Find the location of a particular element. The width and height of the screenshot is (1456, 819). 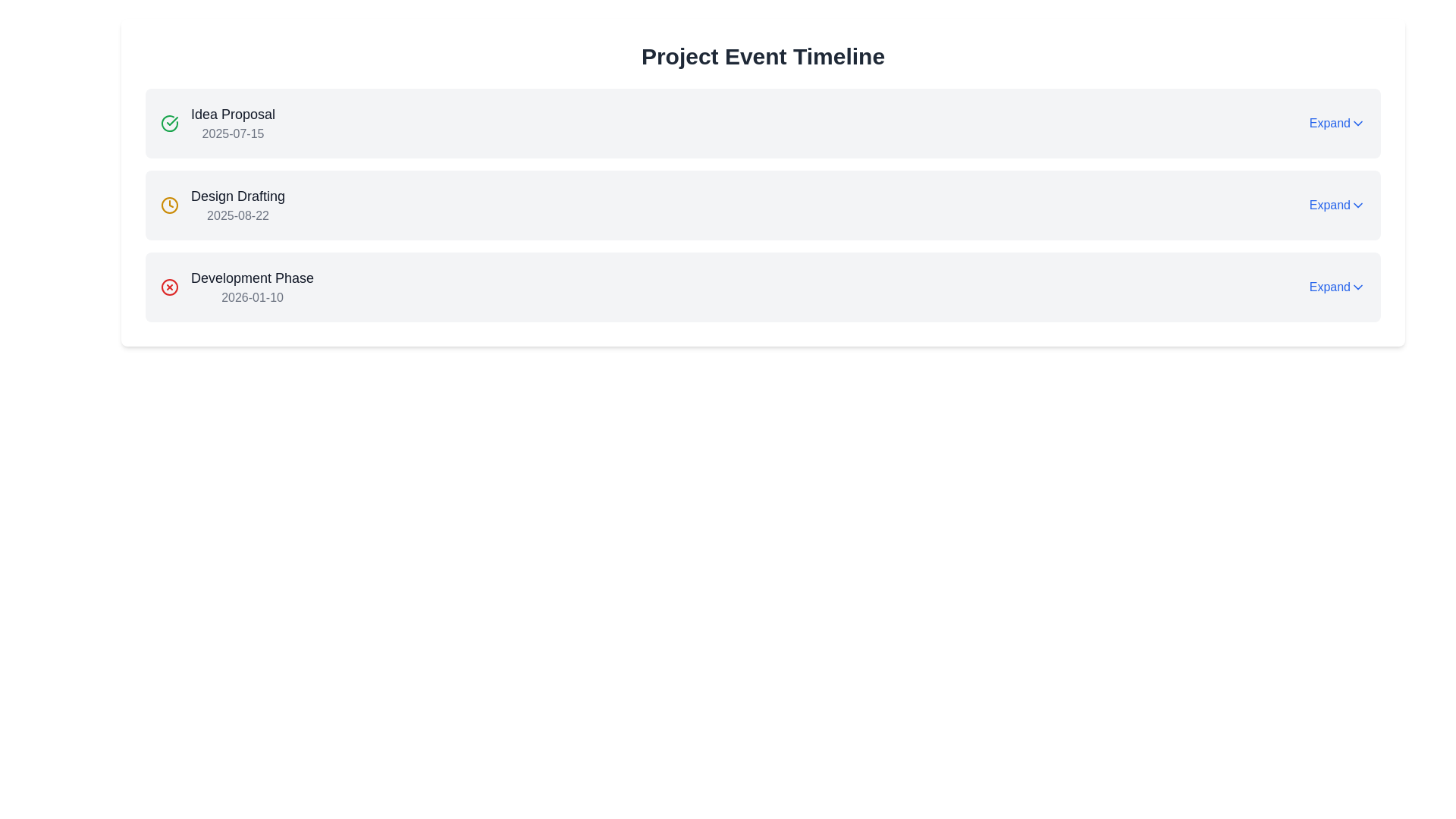

the Info Card element displaying the task 'Design Drafting' with the date '2025-08-22', located in the center of the second row of the 'Project Event Timeline' is located at coordinates (221, 205).